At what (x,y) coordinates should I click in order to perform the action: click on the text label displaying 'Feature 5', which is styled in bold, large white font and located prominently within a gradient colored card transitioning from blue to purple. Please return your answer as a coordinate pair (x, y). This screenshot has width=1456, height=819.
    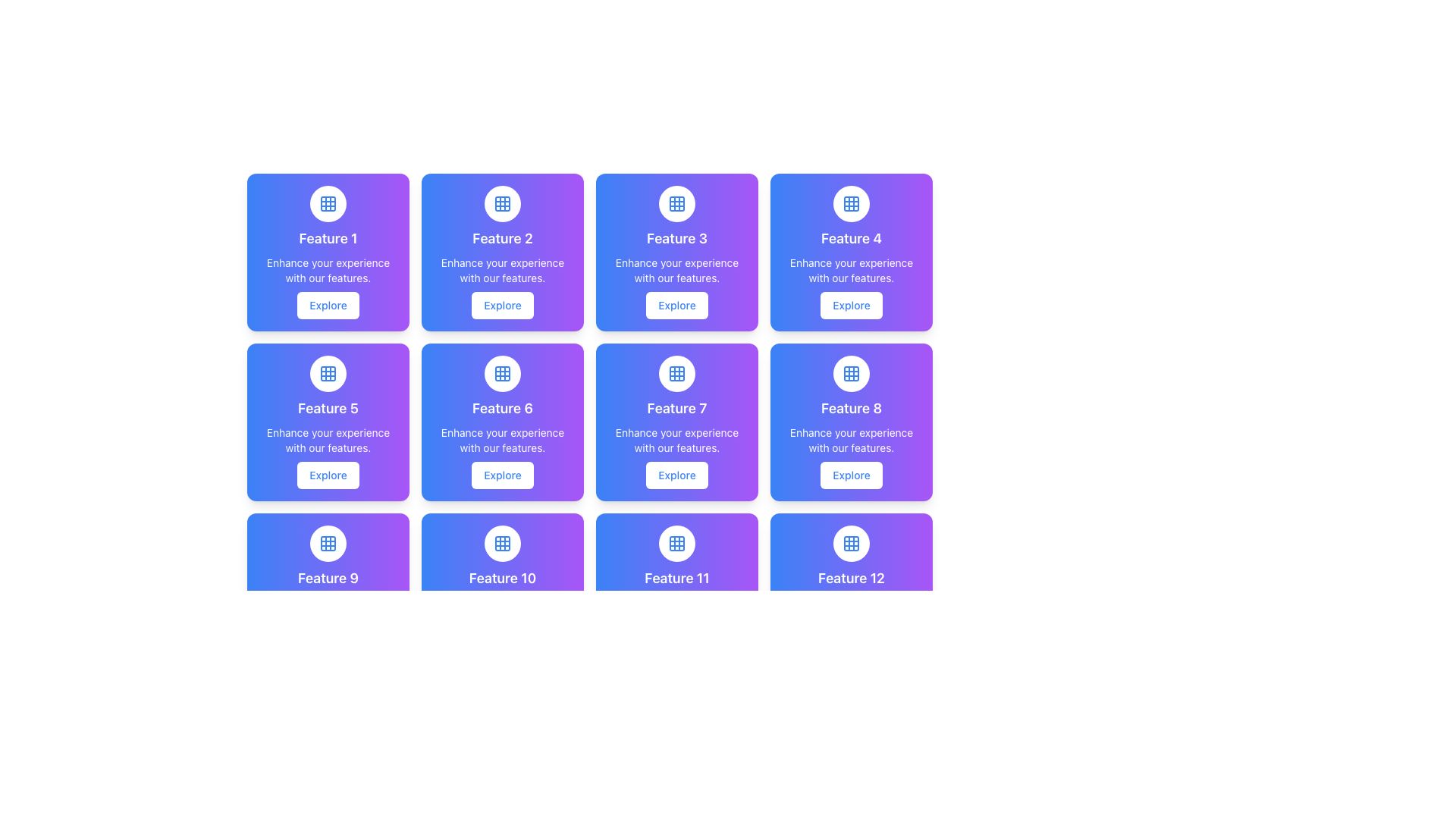
    Looking at the image, I should click on (327, 408).